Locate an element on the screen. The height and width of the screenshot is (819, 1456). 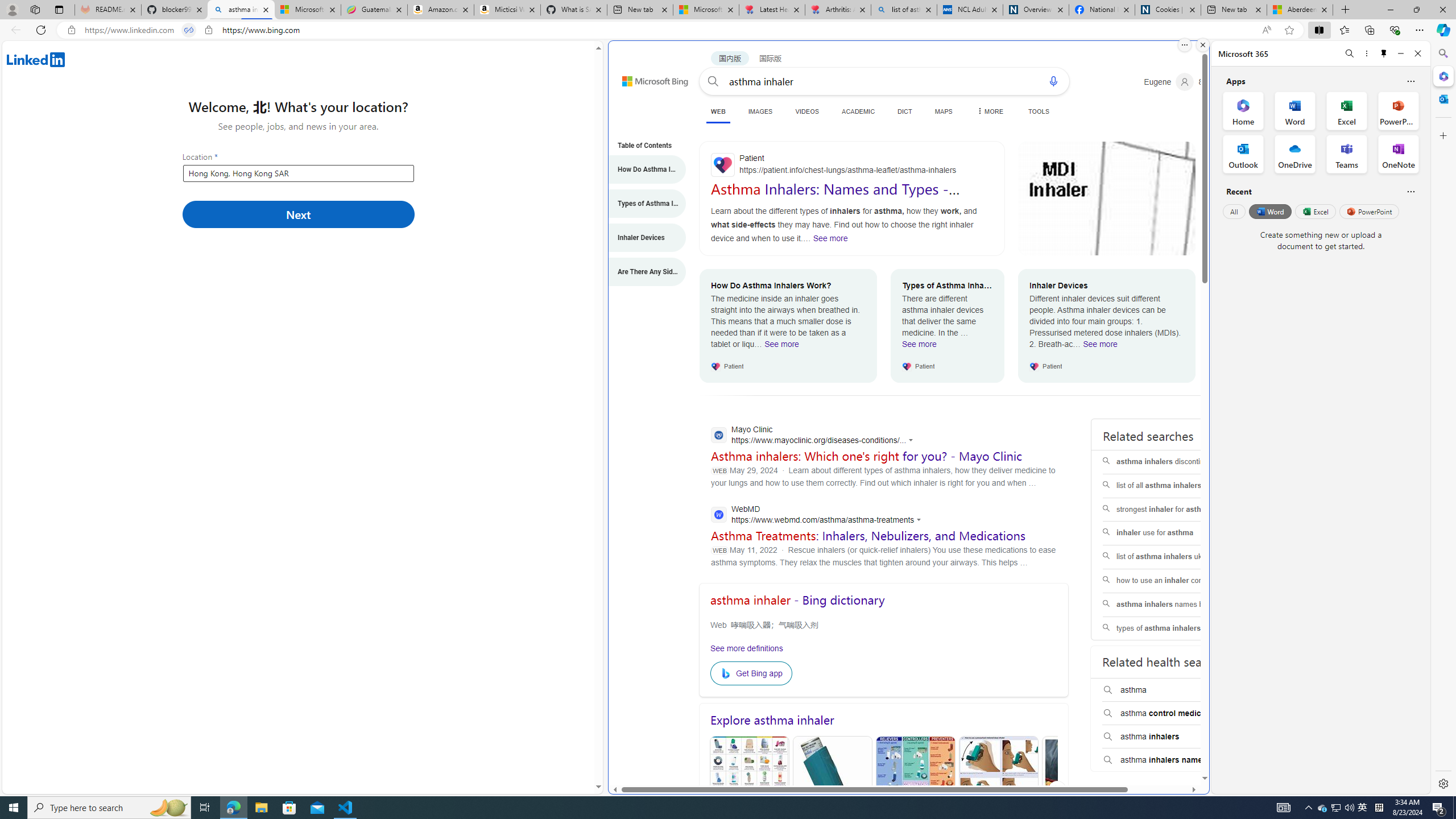
'Tabs in split screen' is located at coordinates (188, 30).